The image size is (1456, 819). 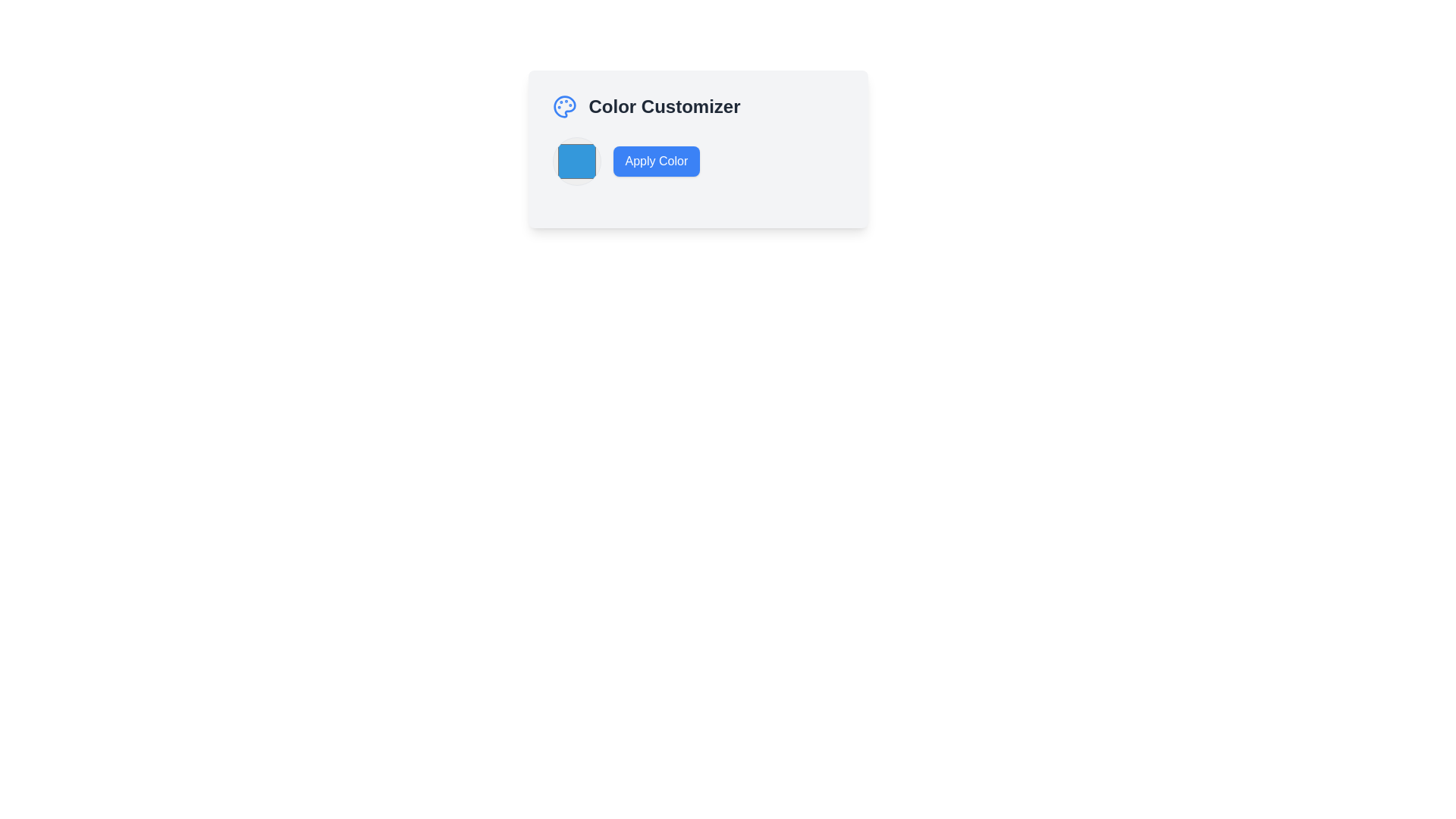 What do you see at coordinates (563, 106) in the screenshot?
I see `the decorative icon representing a palette symbol in the 'Color Customizer' component located at the top-left part of the interface` at bounding box center [563, 106].